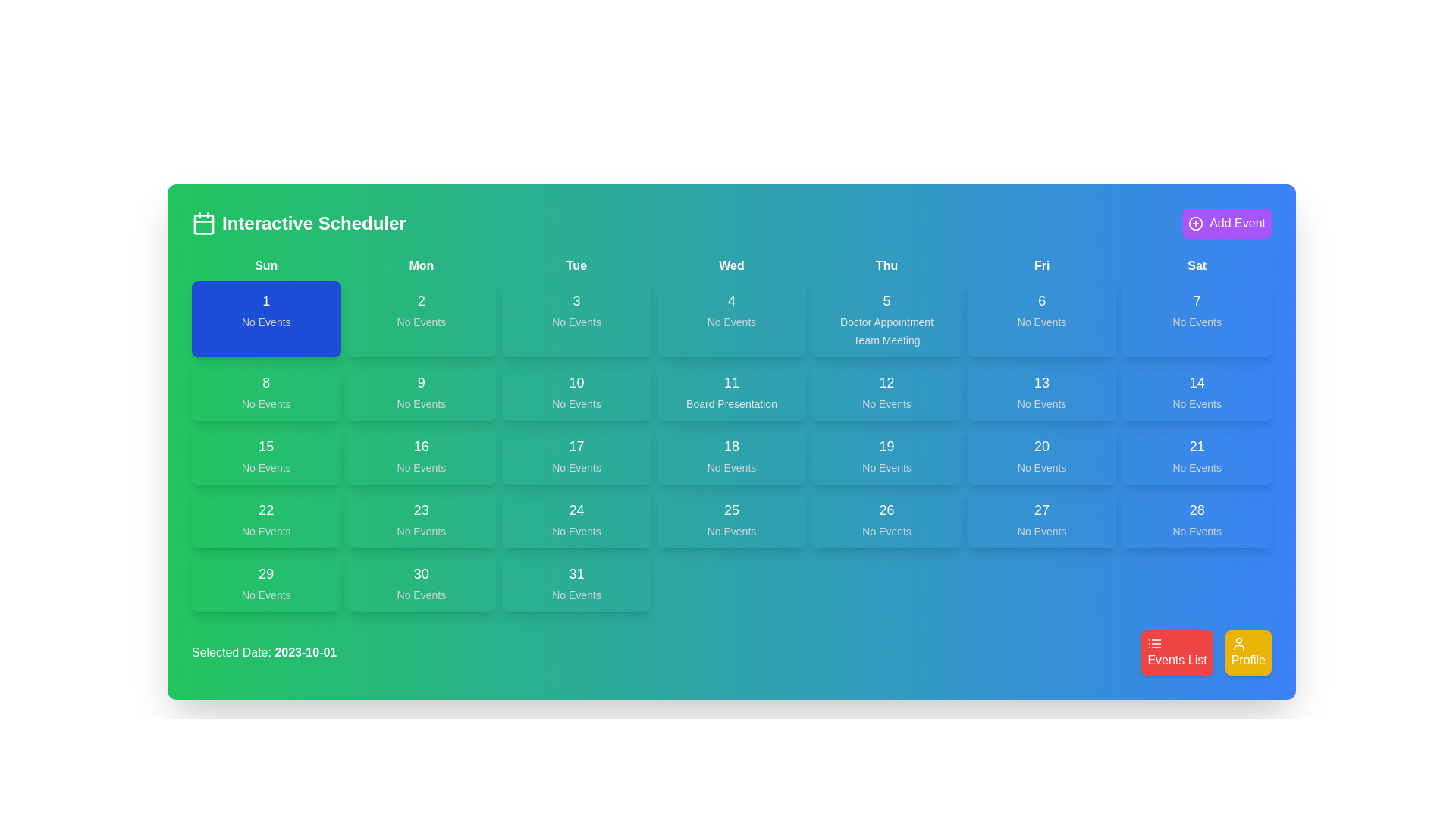  I want to click on the text indicating the 11th day of the month in the fourth column and third row of the calendar grid, so click(731, 382).